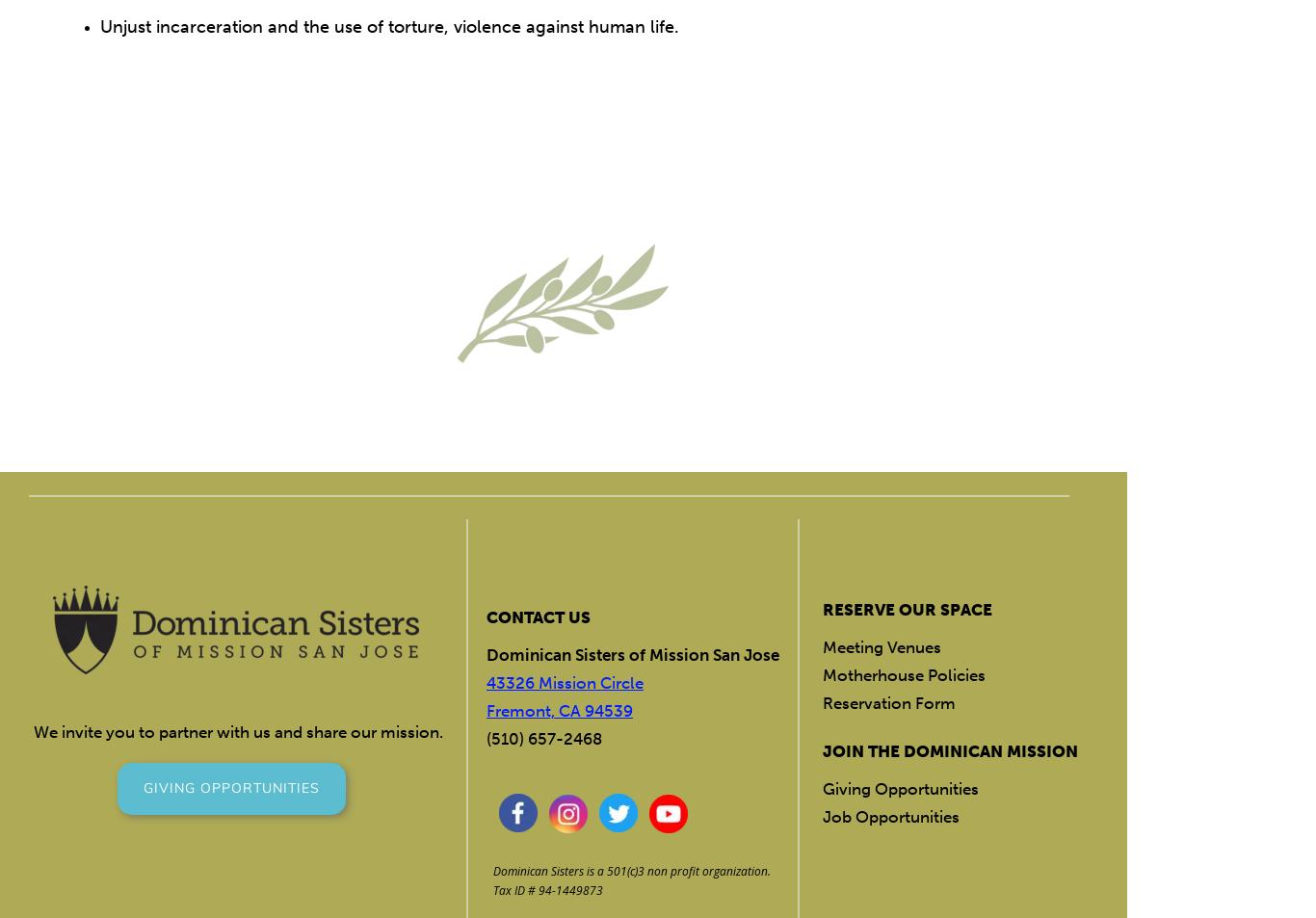 This screenshot has height=918, width=1316. I want to click on 'GIVING OPPORTUNITIES', so click(231, 787).